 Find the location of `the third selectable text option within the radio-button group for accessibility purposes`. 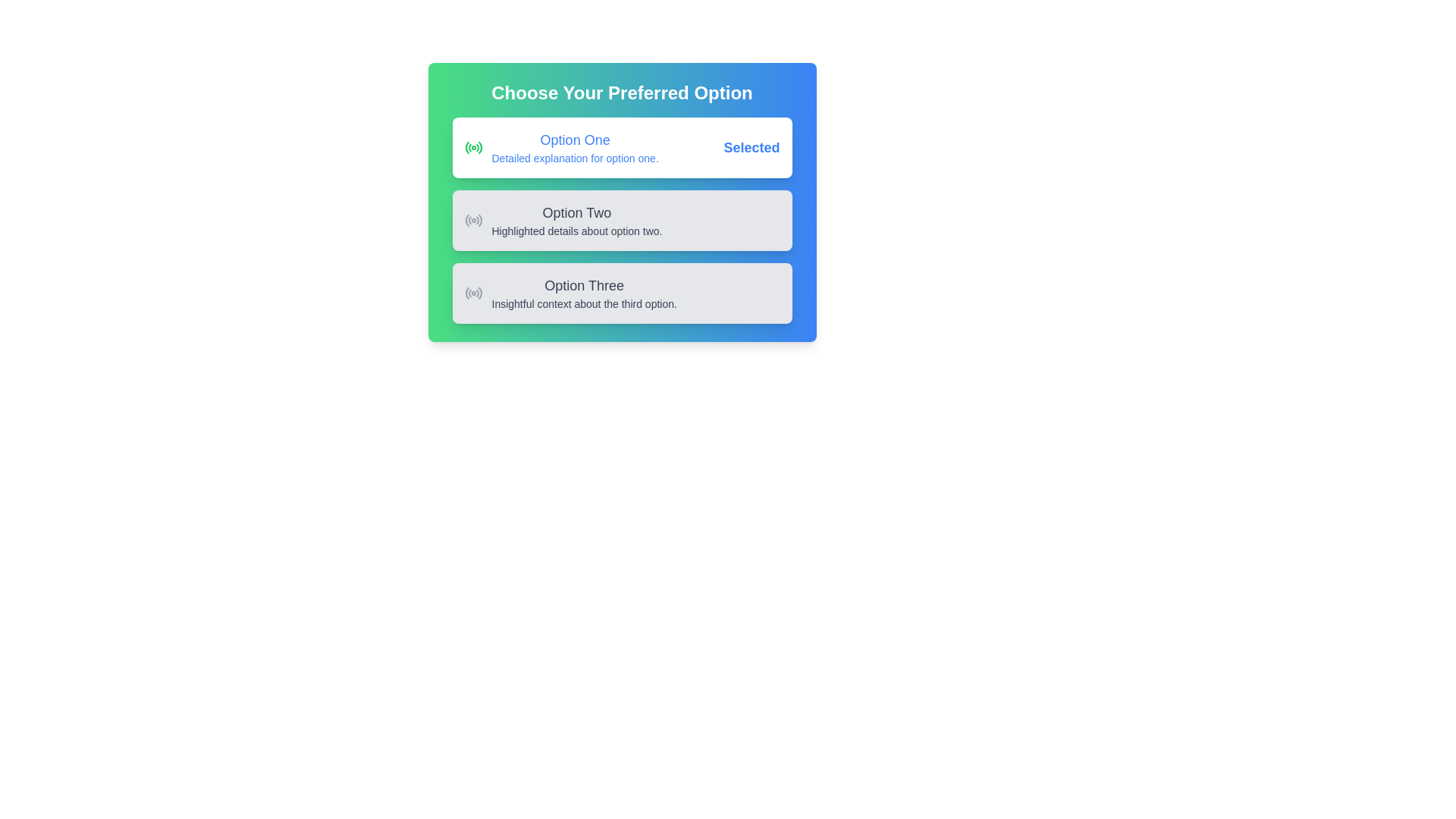

the third selectable text option within the radio-button group for accessibility purposes is located at coordinates (583, 293).